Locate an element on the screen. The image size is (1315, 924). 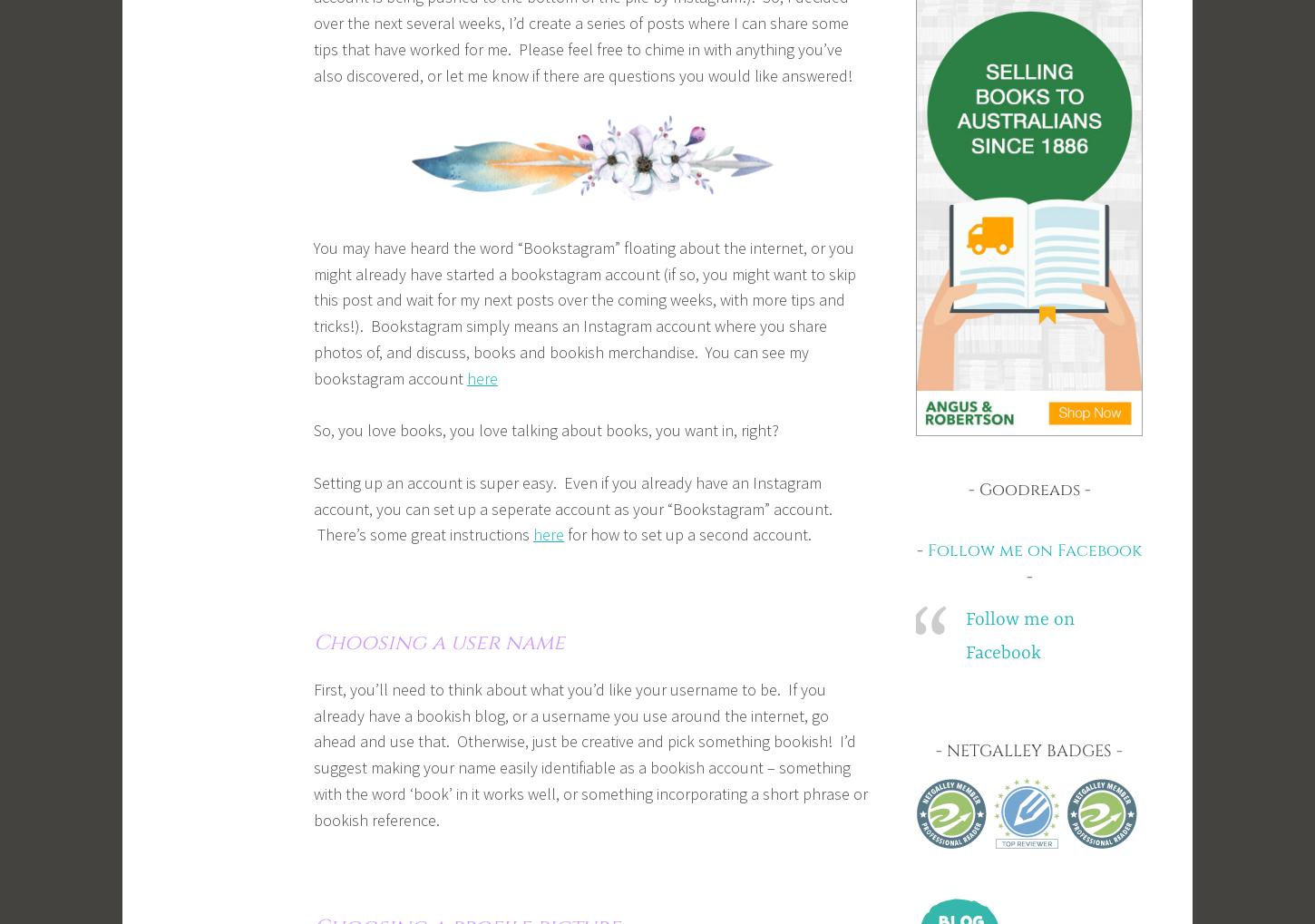
'So, you love books, you love talking about books, you want in, right?' is located at coordinates (546, 429).